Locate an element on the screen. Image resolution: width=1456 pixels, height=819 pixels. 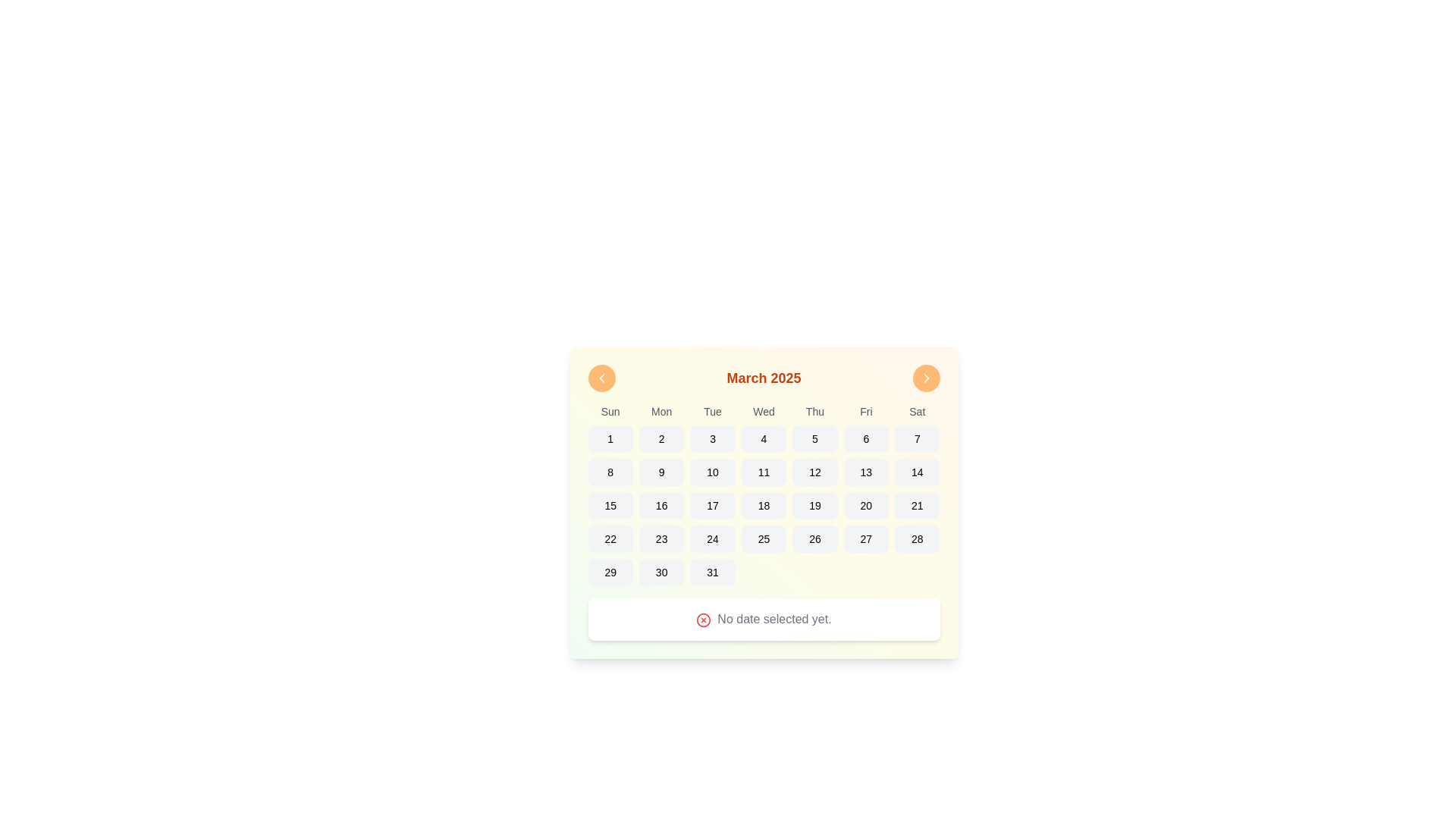
the text label indicating no date has been chosen yet, located in the bottom section of the calendar view is located at coordinates (764, 620).